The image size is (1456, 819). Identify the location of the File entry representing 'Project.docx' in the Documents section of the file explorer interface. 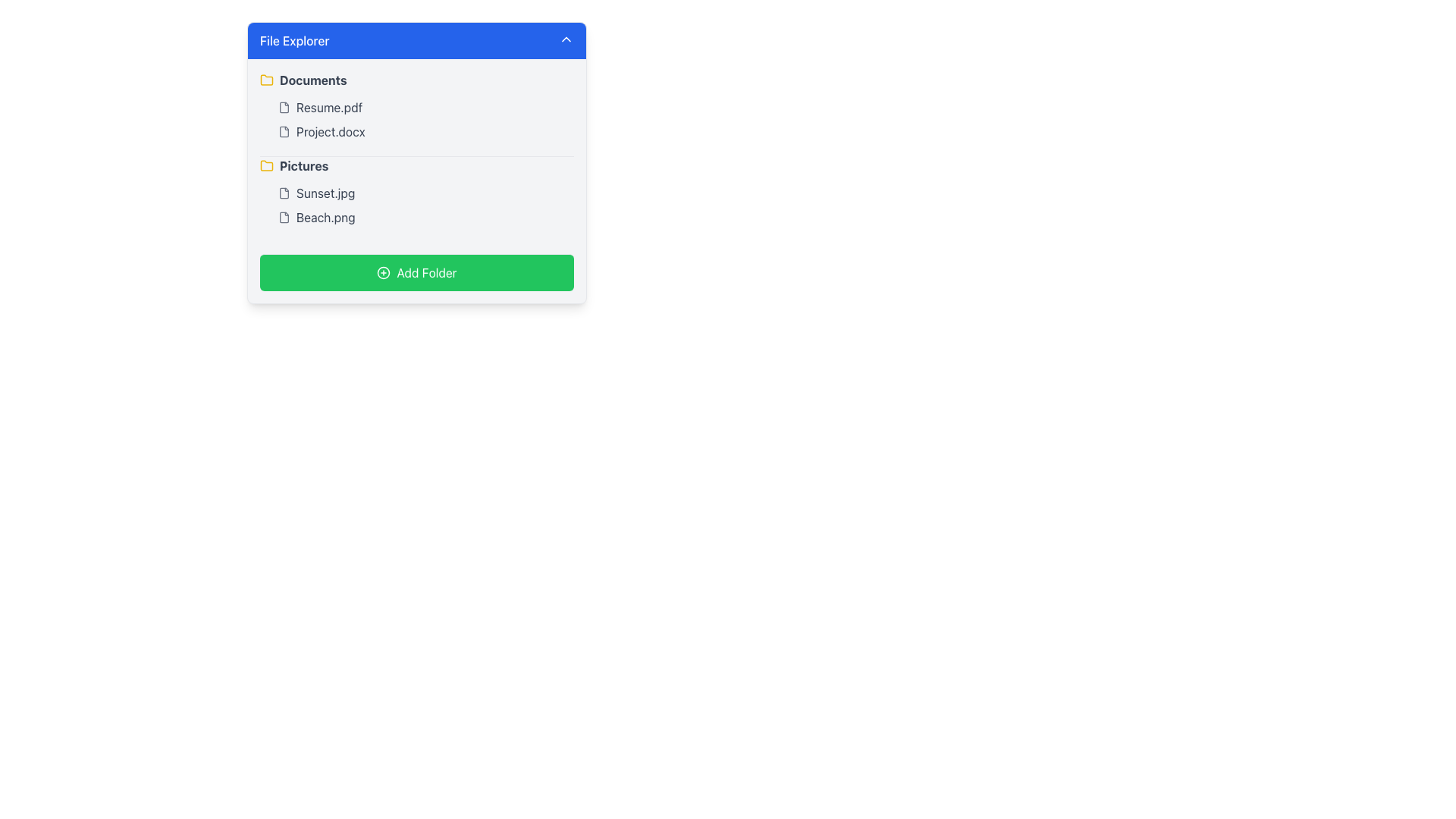
(425, 130).